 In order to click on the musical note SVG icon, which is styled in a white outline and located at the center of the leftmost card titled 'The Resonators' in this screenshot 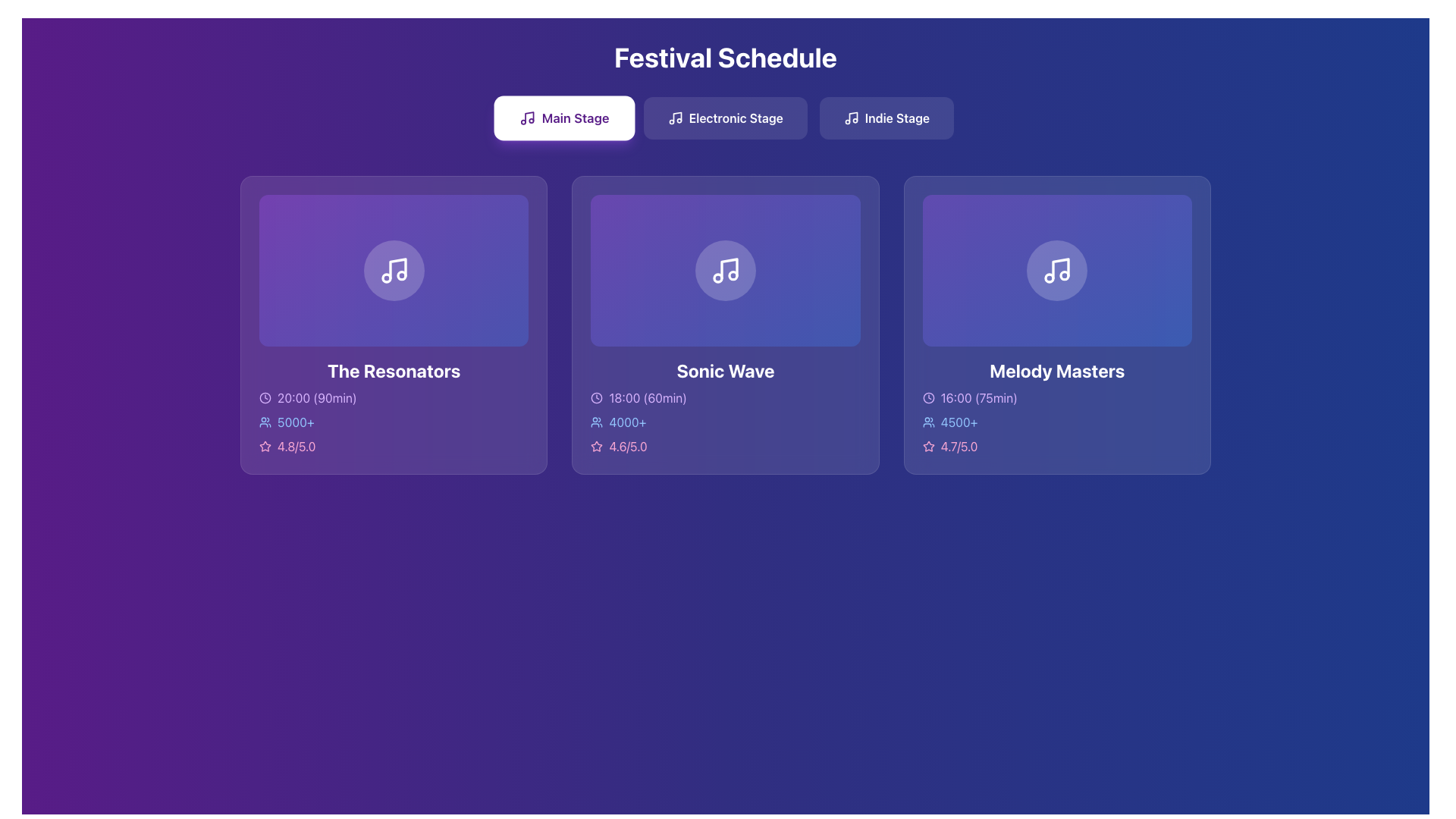, I will do `click(397, 268)`.